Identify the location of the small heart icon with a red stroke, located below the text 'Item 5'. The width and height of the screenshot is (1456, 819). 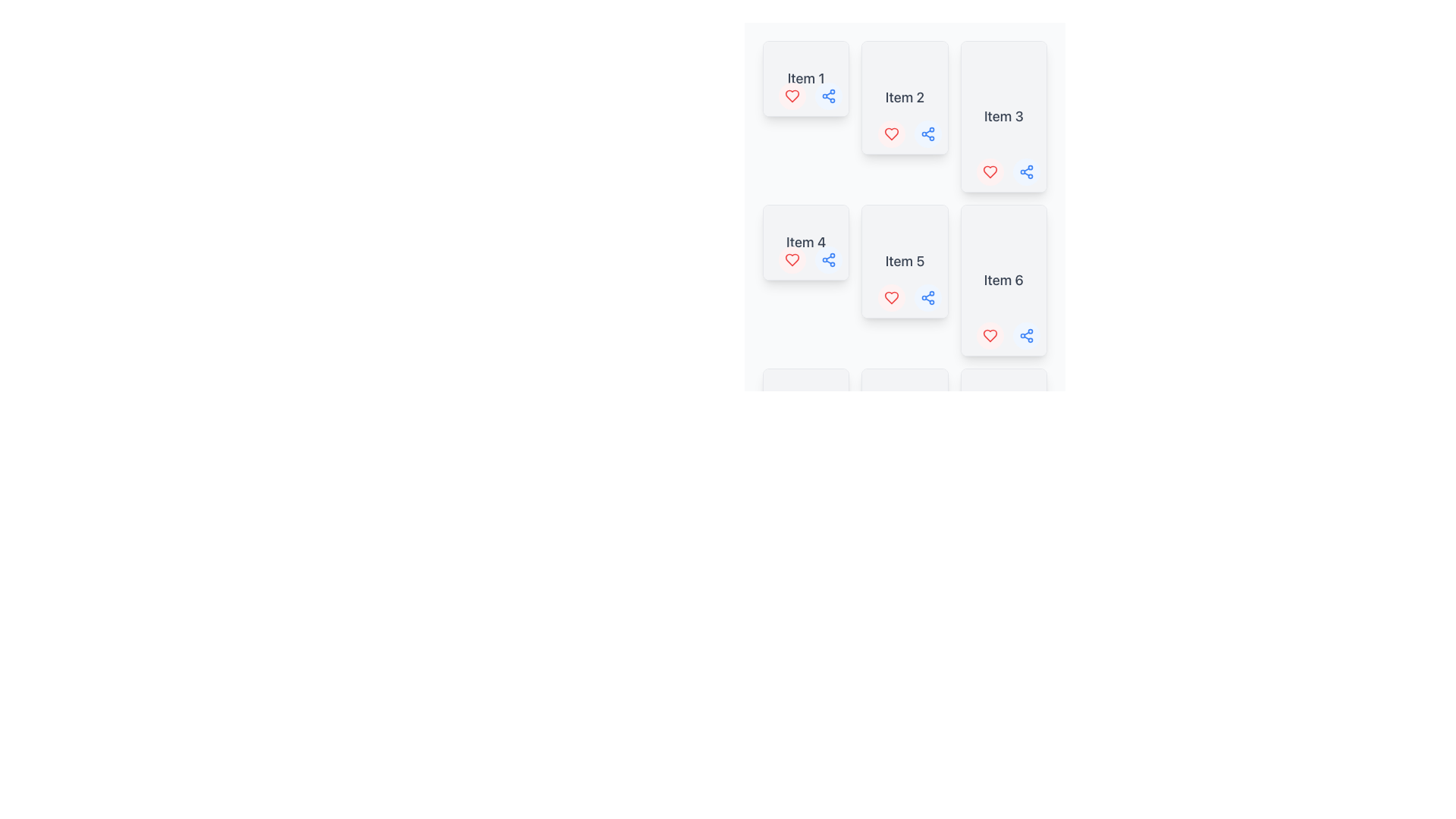
(891, 298).